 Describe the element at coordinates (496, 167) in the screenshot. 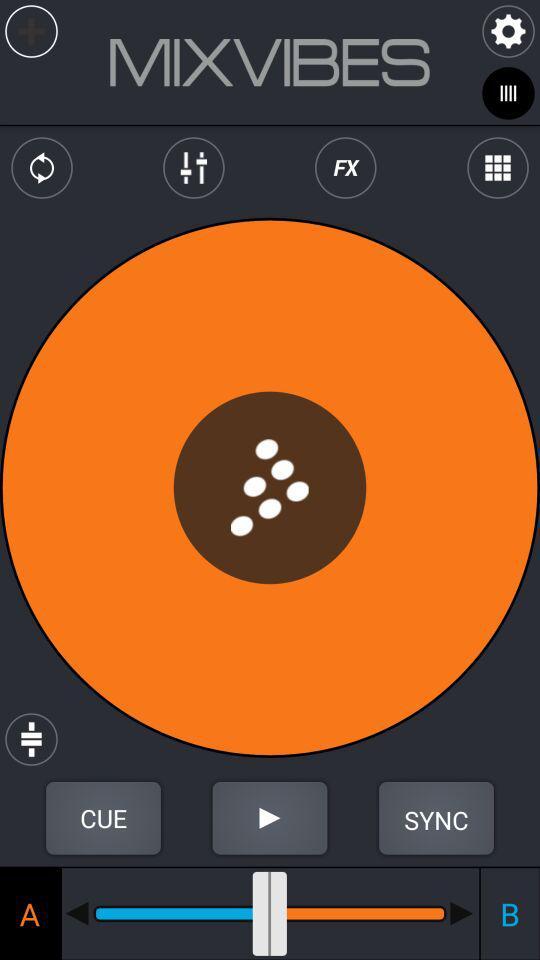

I see `overview option` at that location.